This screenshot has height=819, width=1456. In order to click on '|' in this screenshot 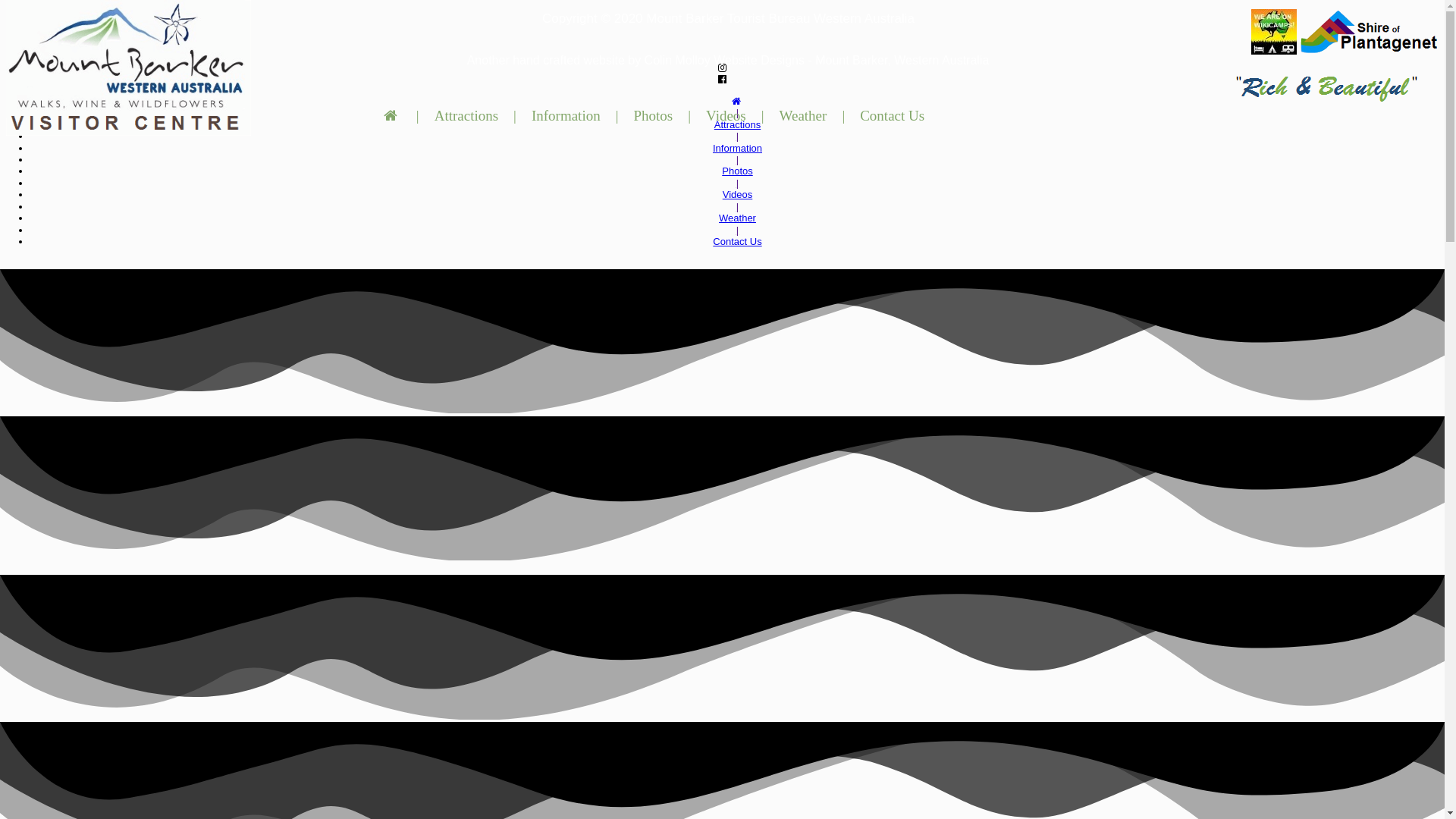, I will do `click(418, 115)`.